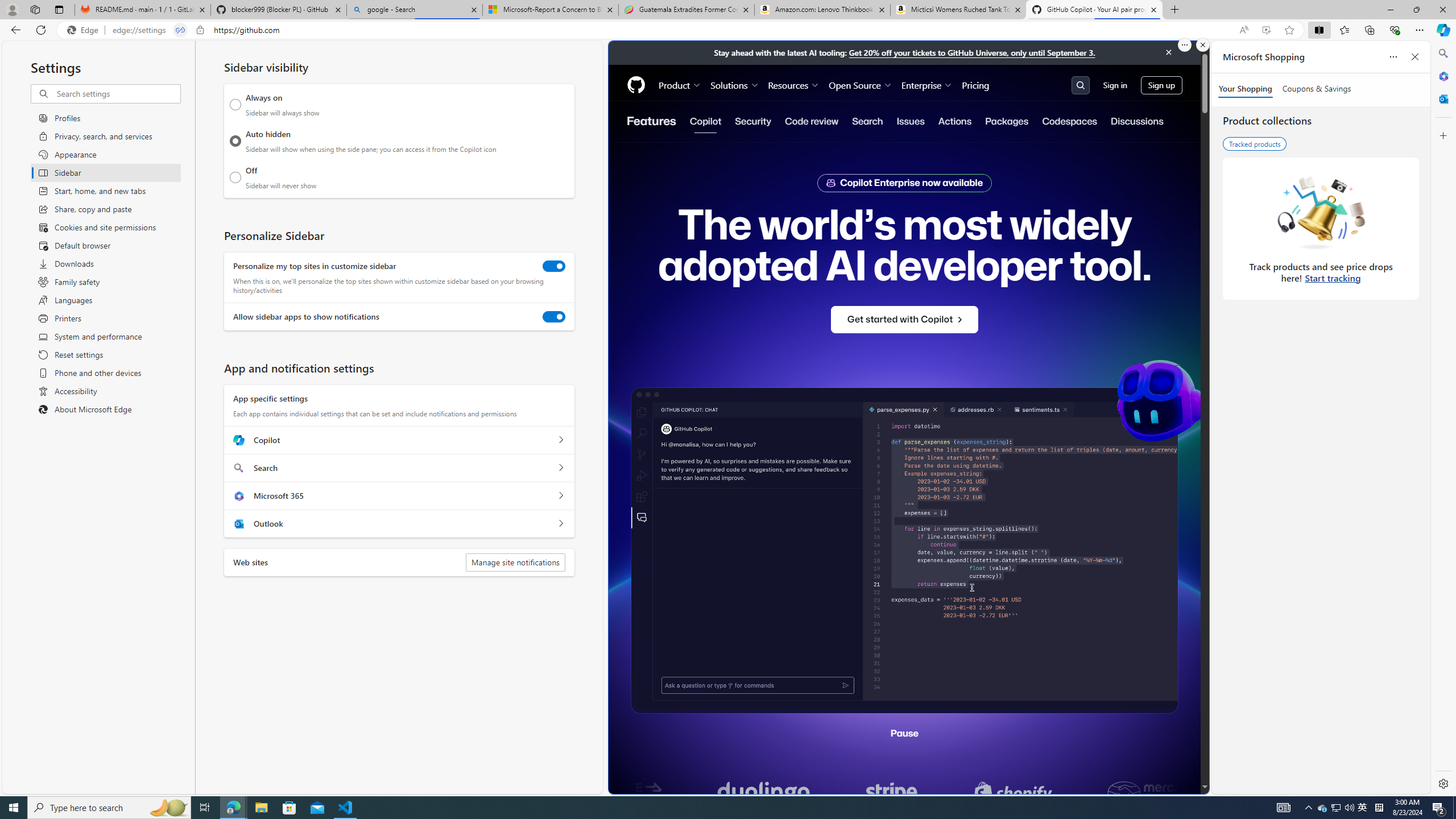 This screenshot has width=1456, height=819. Describe the element at coordinates (735, 85) in the screenshot. I see `'Solutions'` at that location.